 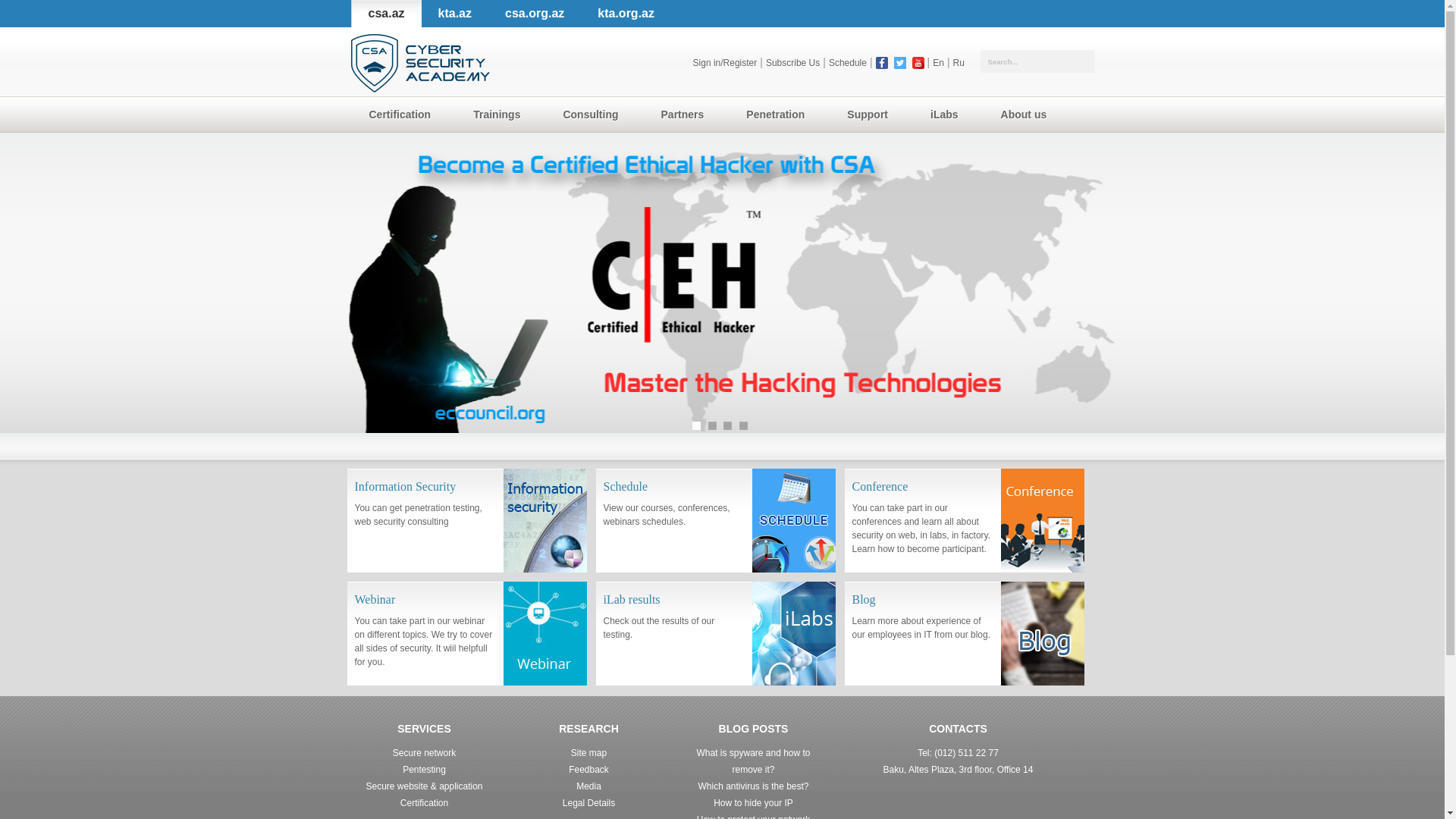 What do you see at coordinates (937, 62) in the screenshot?
I see `'En'` at bounding box center [937, 62].